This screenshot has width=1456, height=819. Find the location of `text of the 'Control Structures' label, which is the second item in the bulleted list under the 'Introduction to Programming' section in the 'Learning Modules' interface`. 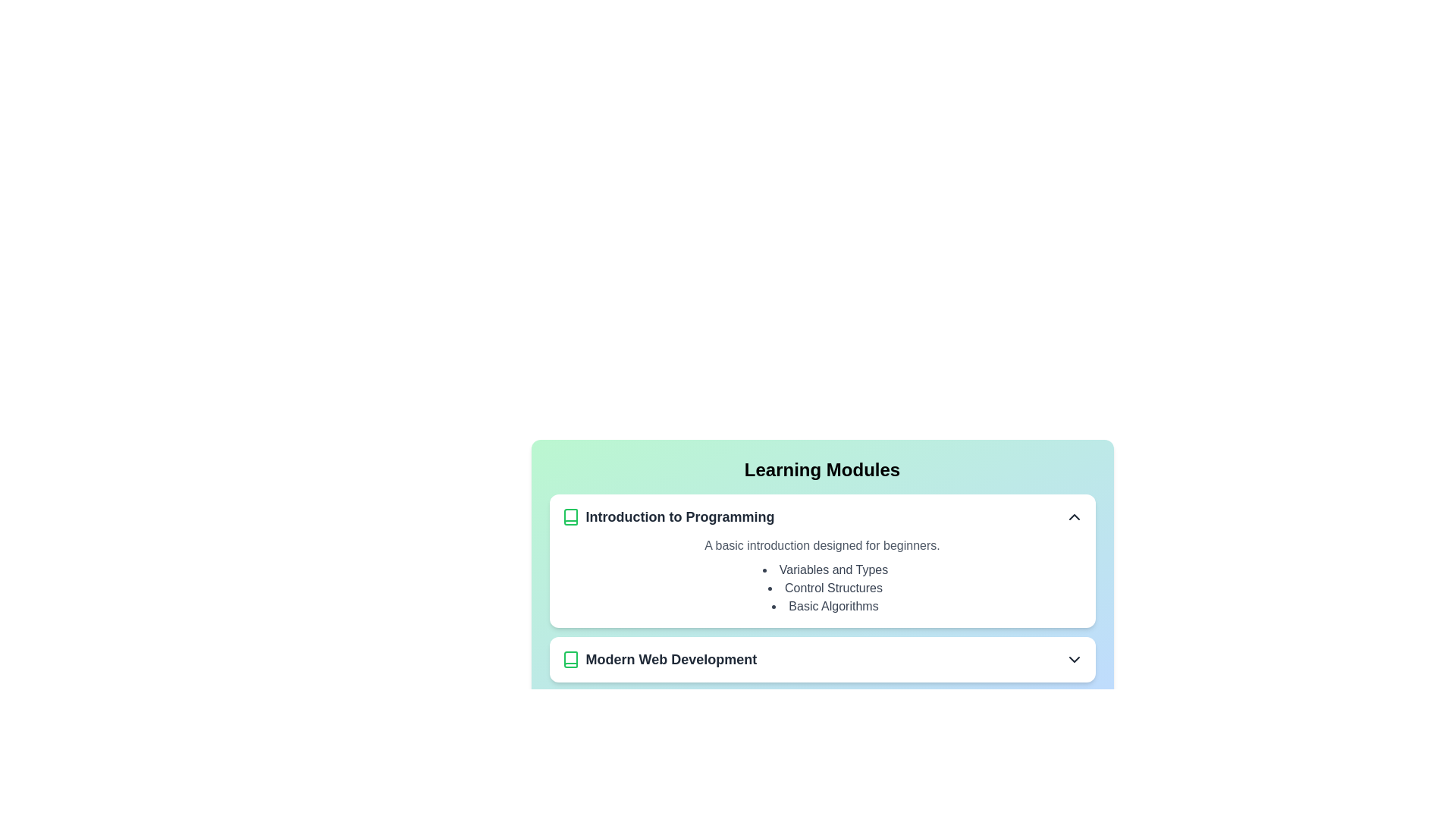

text of the 'Control Structures' label, which is the second item in the bulleted list under the 'Introduction to Programming' section in the 'Learning Modules' interface is located at coordinates (821, 587).